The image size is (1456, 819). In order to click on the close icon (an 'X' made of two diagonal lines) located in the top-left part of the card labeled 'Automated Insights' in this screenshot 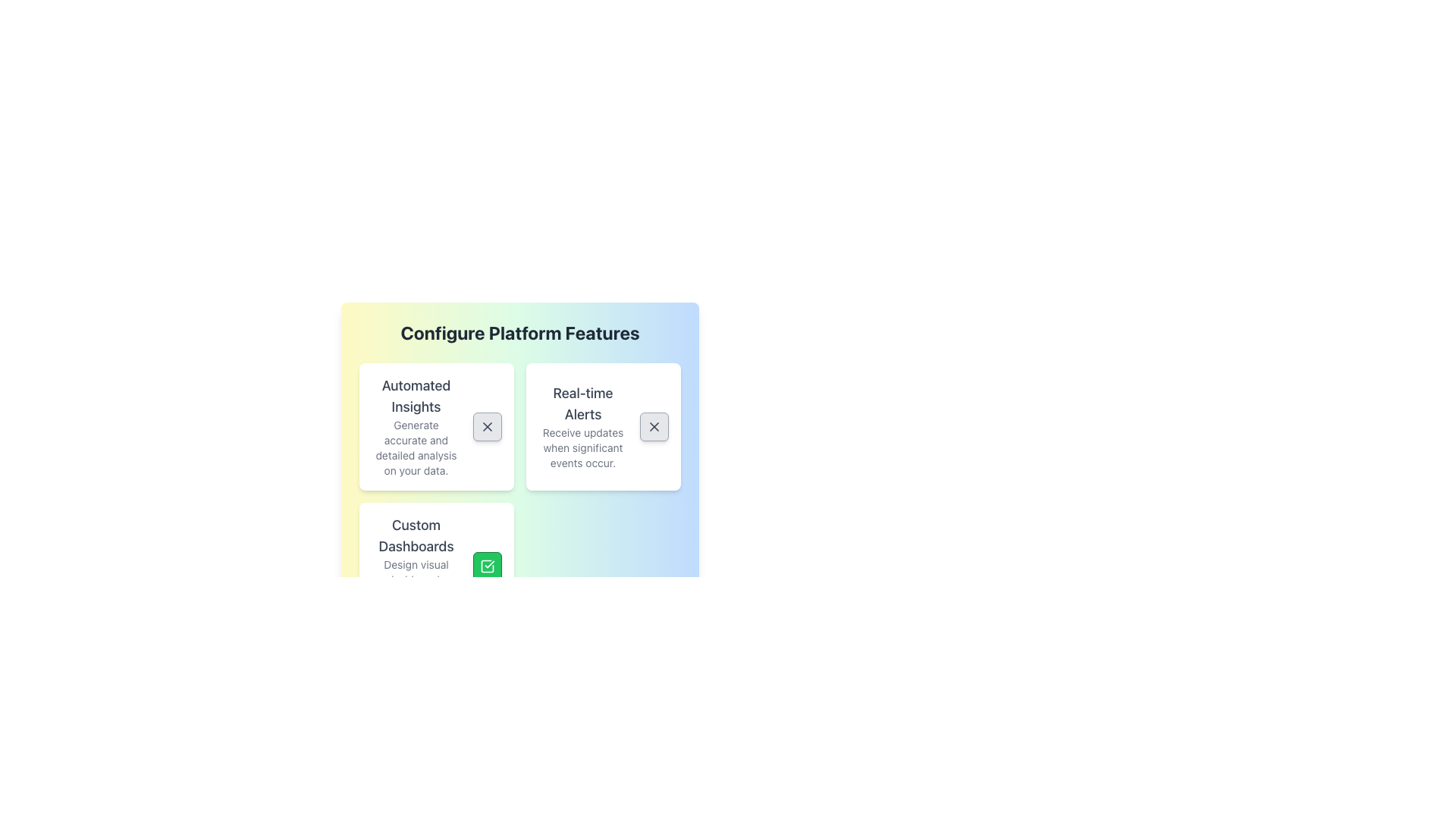, I will do `click(488, 427)`.